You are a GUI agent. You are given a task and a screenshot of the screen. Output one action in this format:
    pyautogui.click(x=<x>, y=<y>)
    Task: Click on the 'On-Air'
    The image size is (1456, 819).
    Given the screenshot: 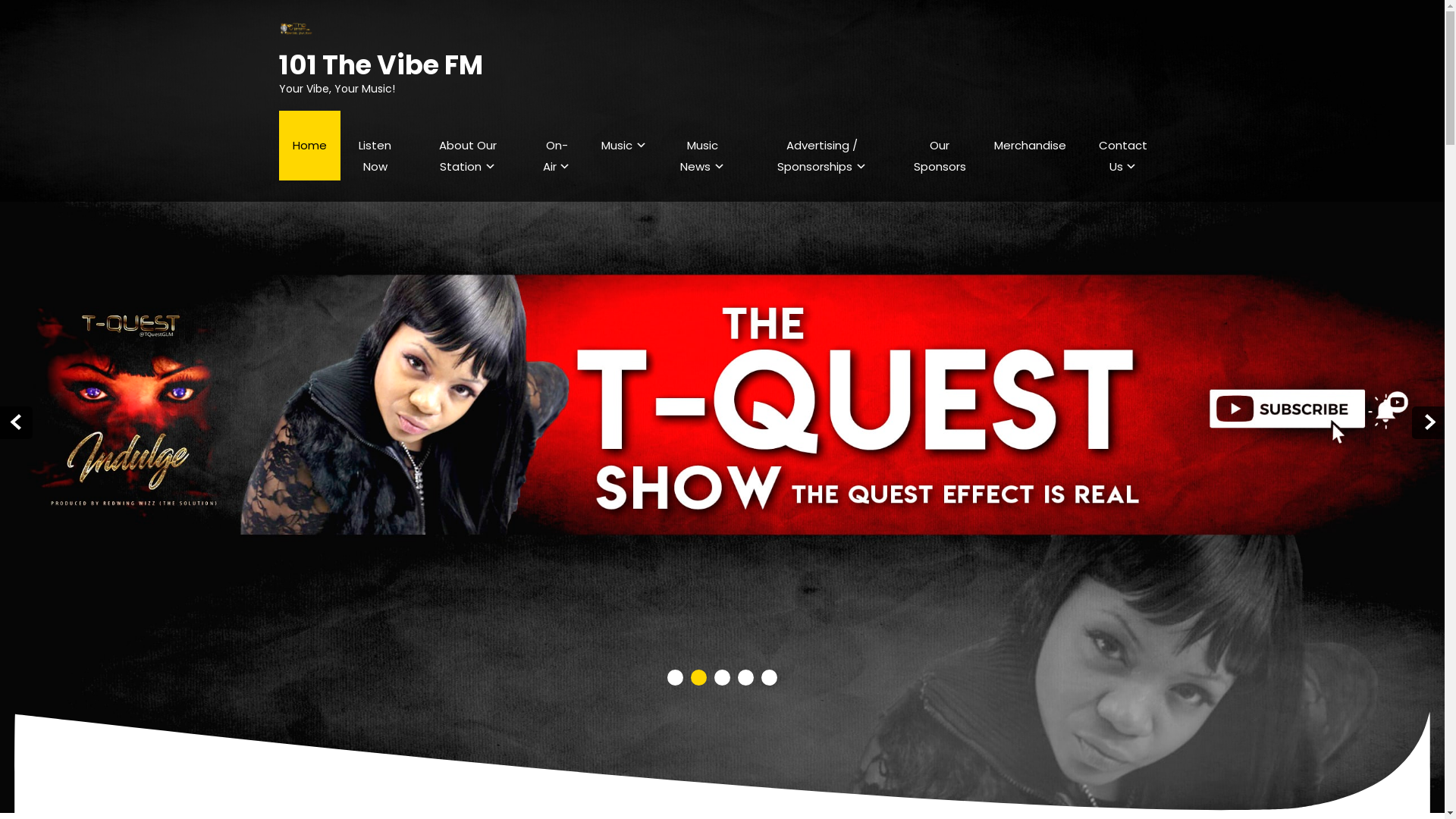 What is the action you would take?
    pyautogui.click(x=556, y=155)
    